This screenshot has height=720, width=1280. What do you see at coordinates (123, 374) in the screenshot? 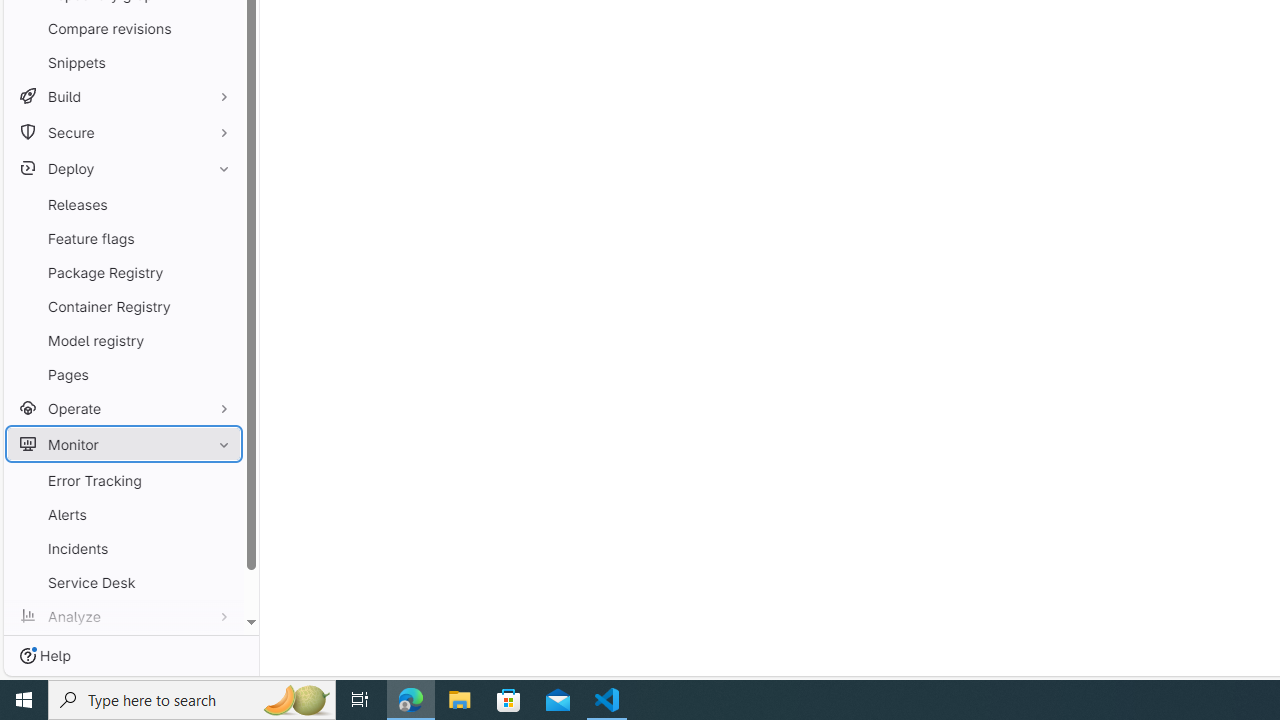
I see `'Pages'` at bounding box center [123, 374].